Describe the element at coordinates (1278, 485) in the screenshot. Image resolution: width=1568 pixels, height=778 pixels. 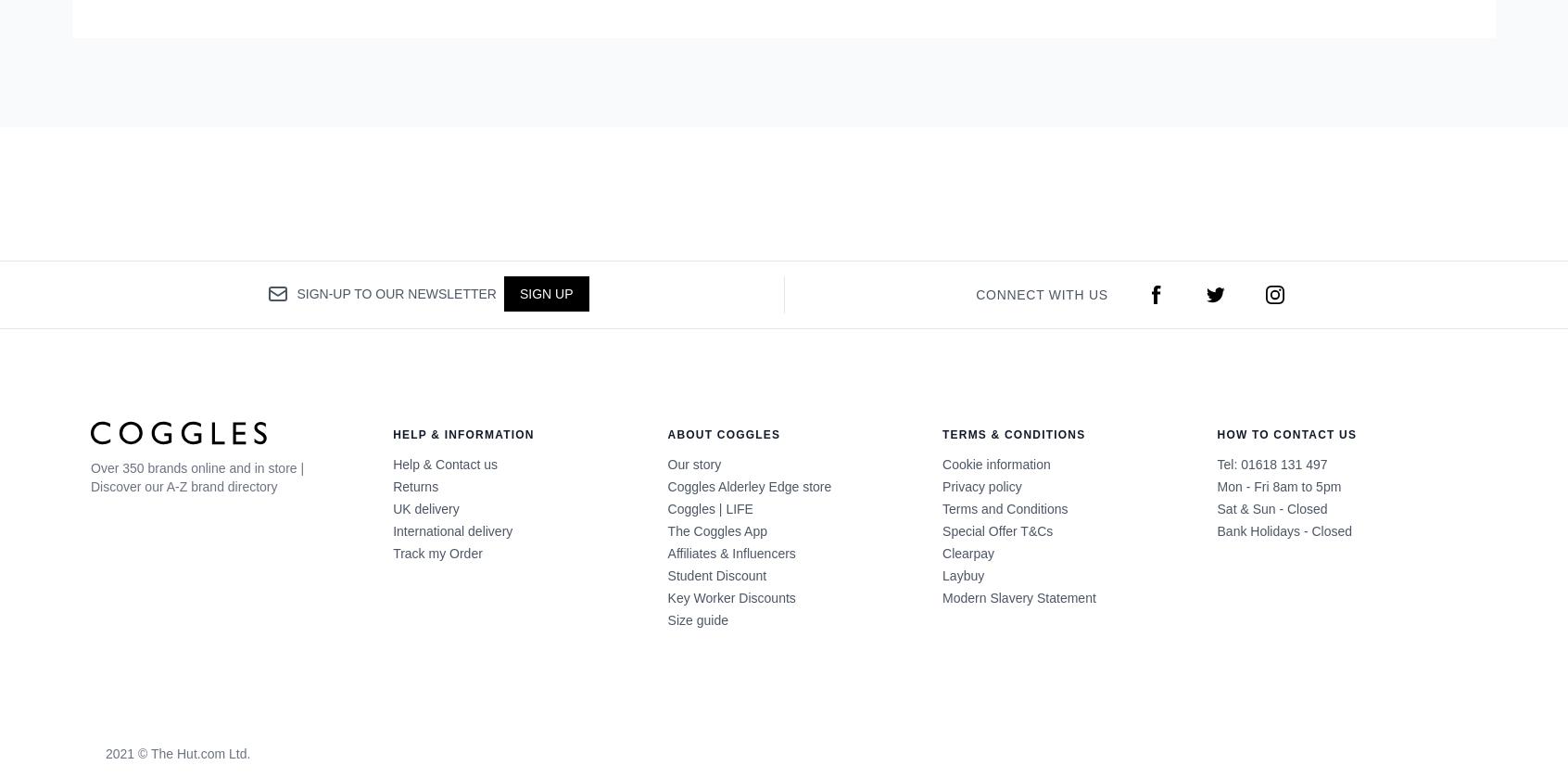
I see `'Mon - Fri 8am to 5pm'` at that location.